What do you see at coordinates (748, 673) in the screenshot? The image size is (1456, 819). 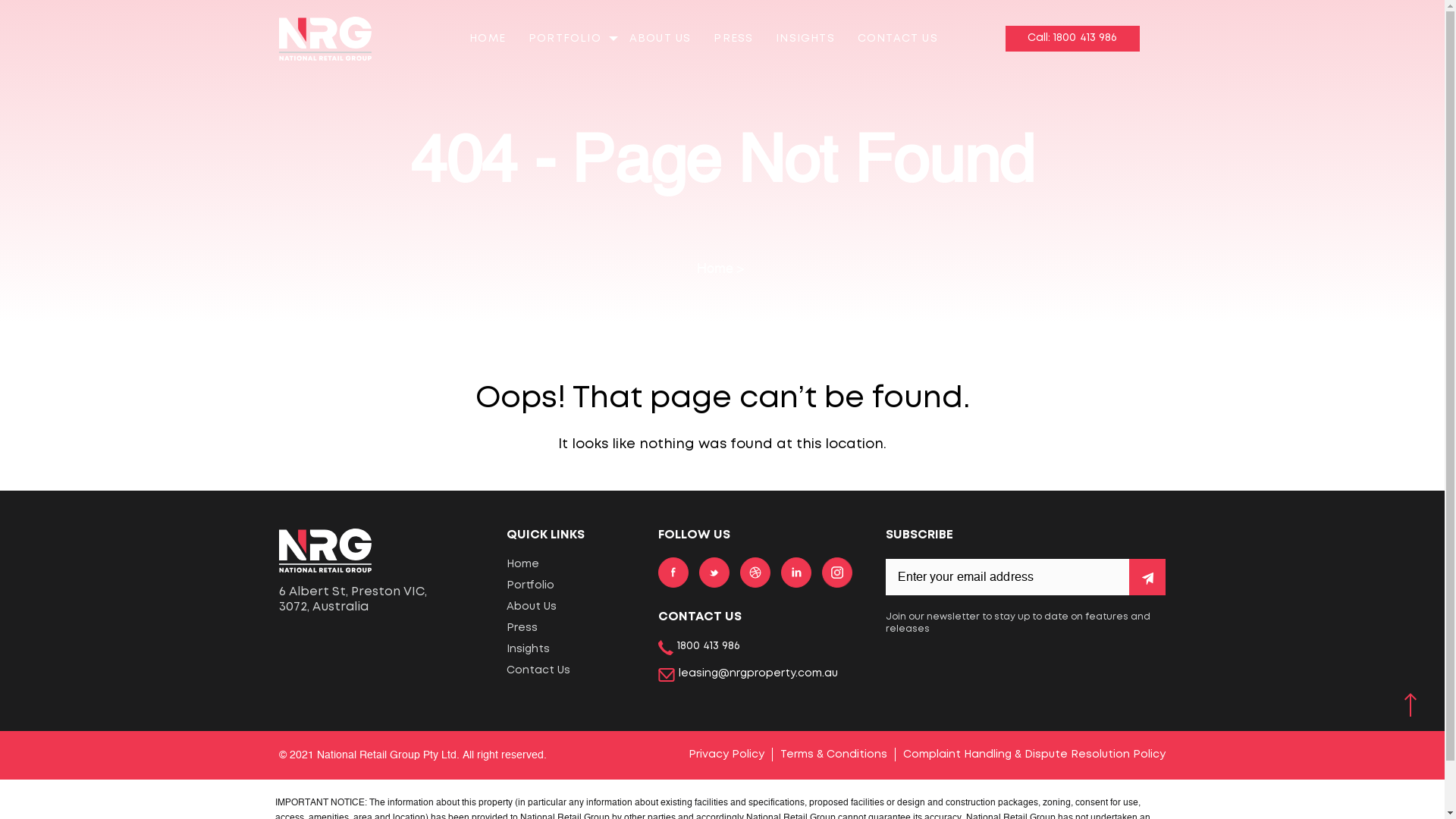 I see `'leasing@nrgproperty.com.au'` at bounding box center [748, 673].